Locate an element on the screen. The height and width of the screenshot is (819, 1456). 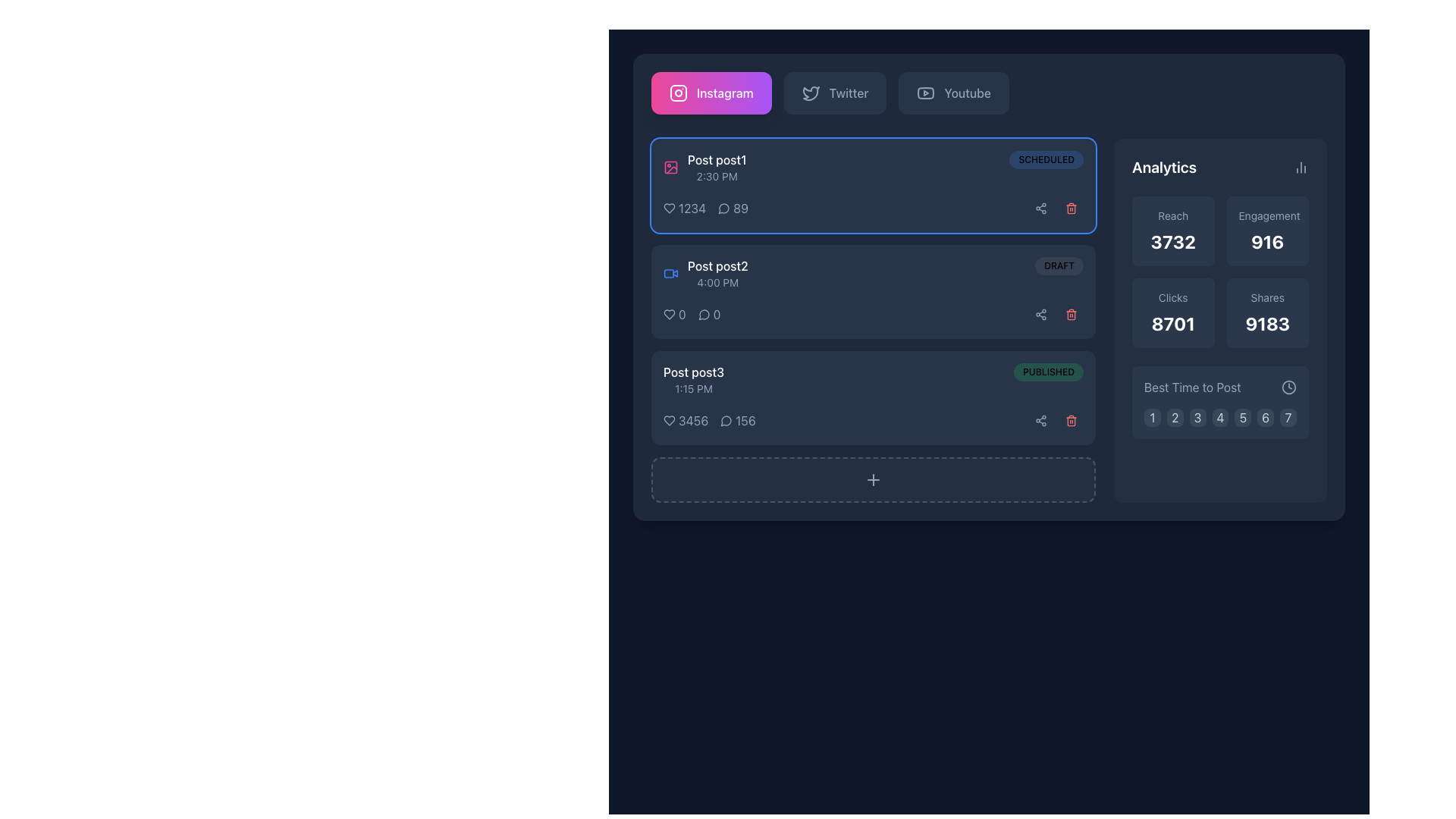
the delete button, which is part of a composite element containing share and delete buttons, located on the right side of the first post entry labeled 'Scheduled' is located at coordinates (1055, 208).